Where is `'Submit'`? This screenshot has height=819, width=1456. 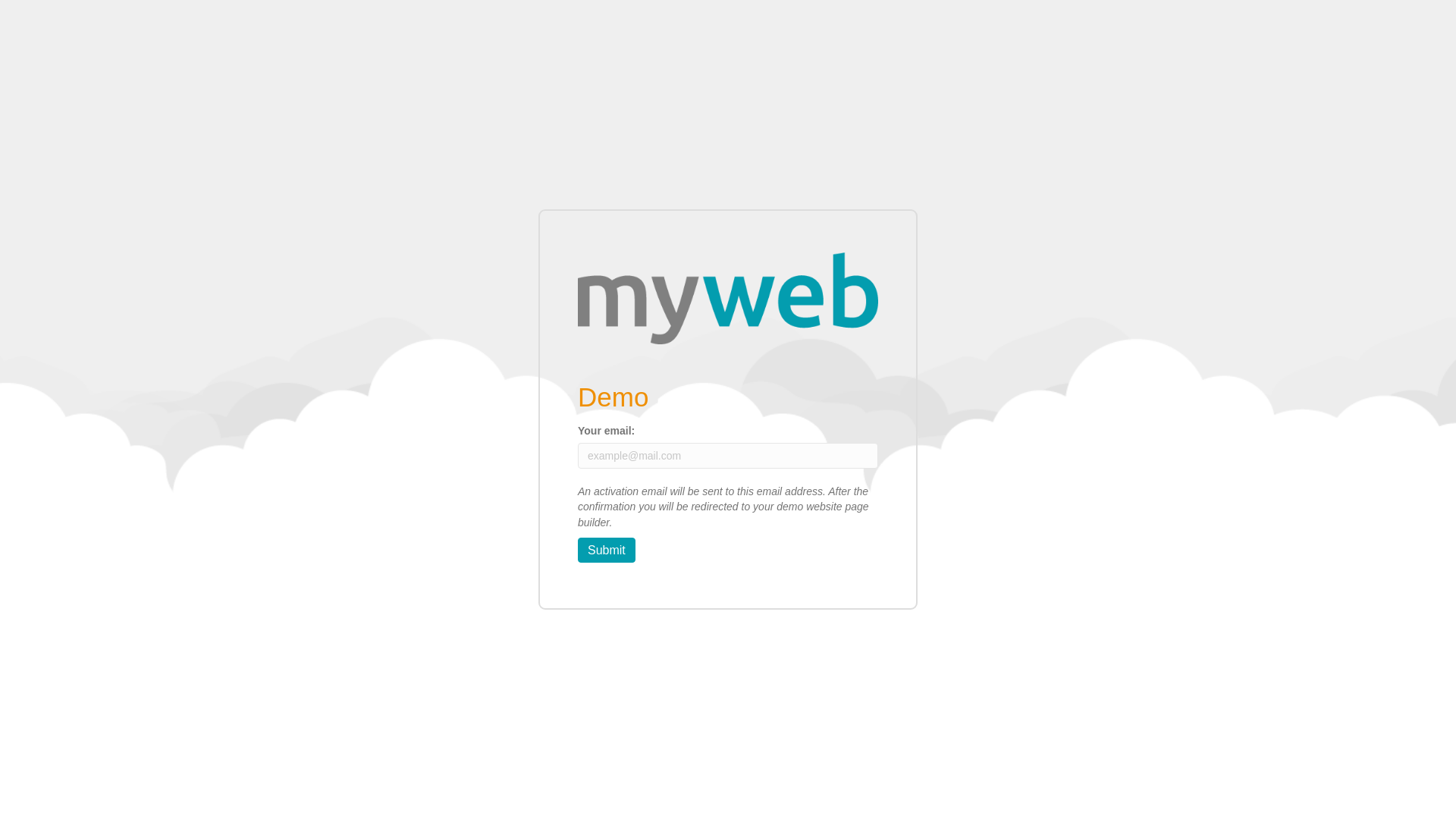
'Submit' is located at coordinates (607, 550).